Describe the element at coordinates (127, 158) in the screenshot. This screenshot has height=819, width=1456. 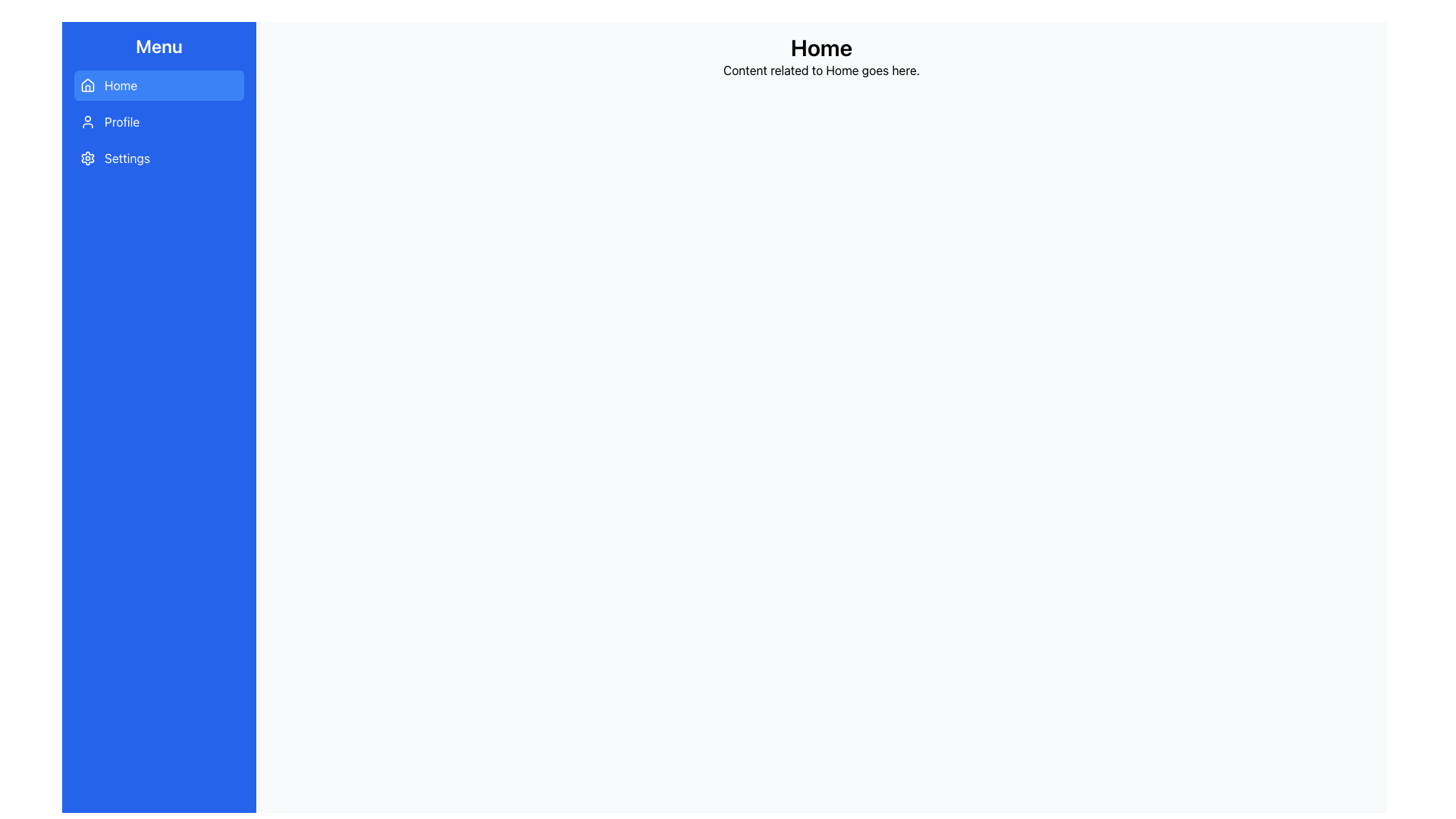
I see `the 'Settings' static text label, which is the third option in the vertical navigation menu styled in white text on a blue background` at that location.